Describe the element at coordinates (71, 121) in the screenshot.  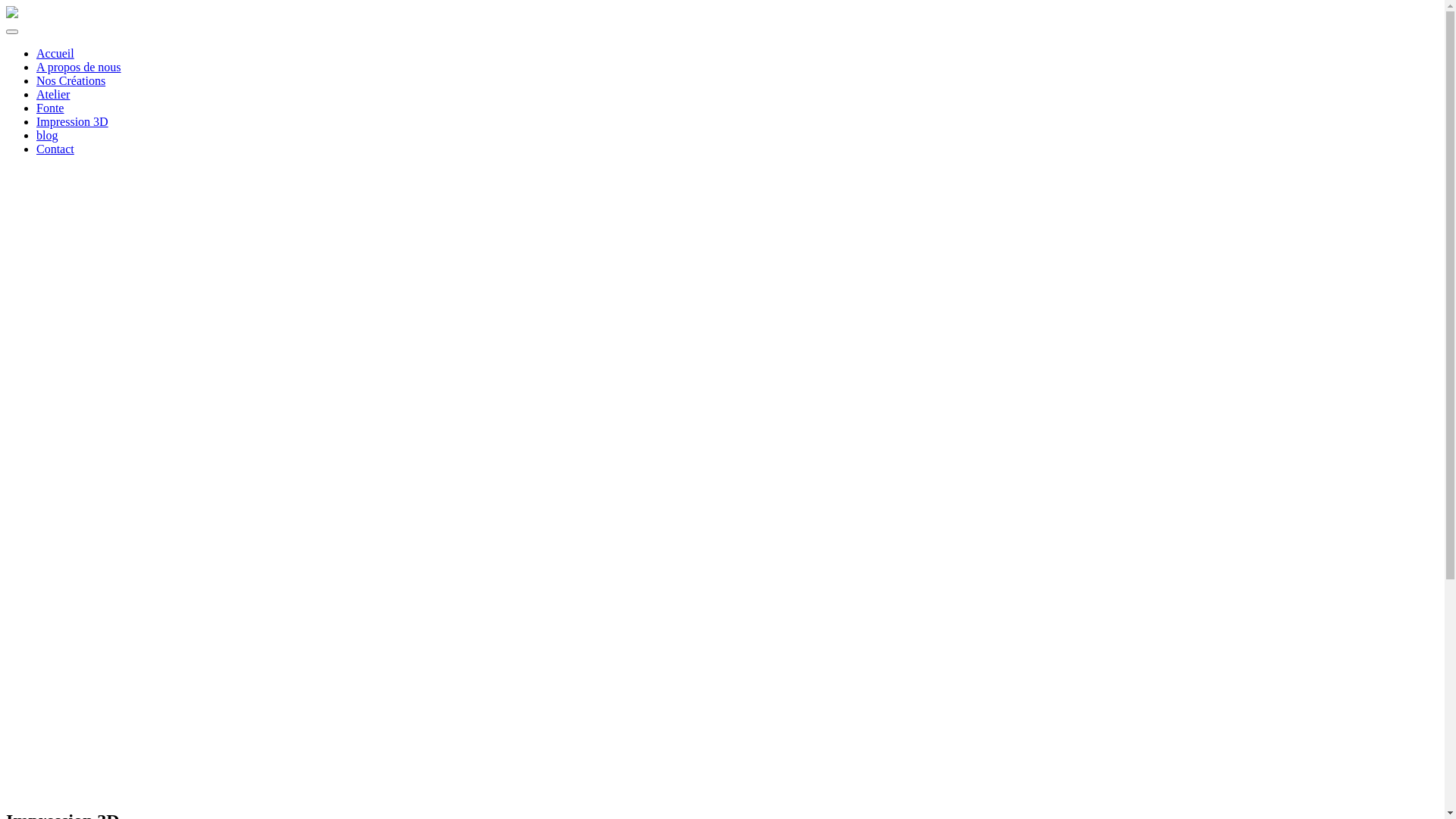
I see `'Impression 3D'` at that location.